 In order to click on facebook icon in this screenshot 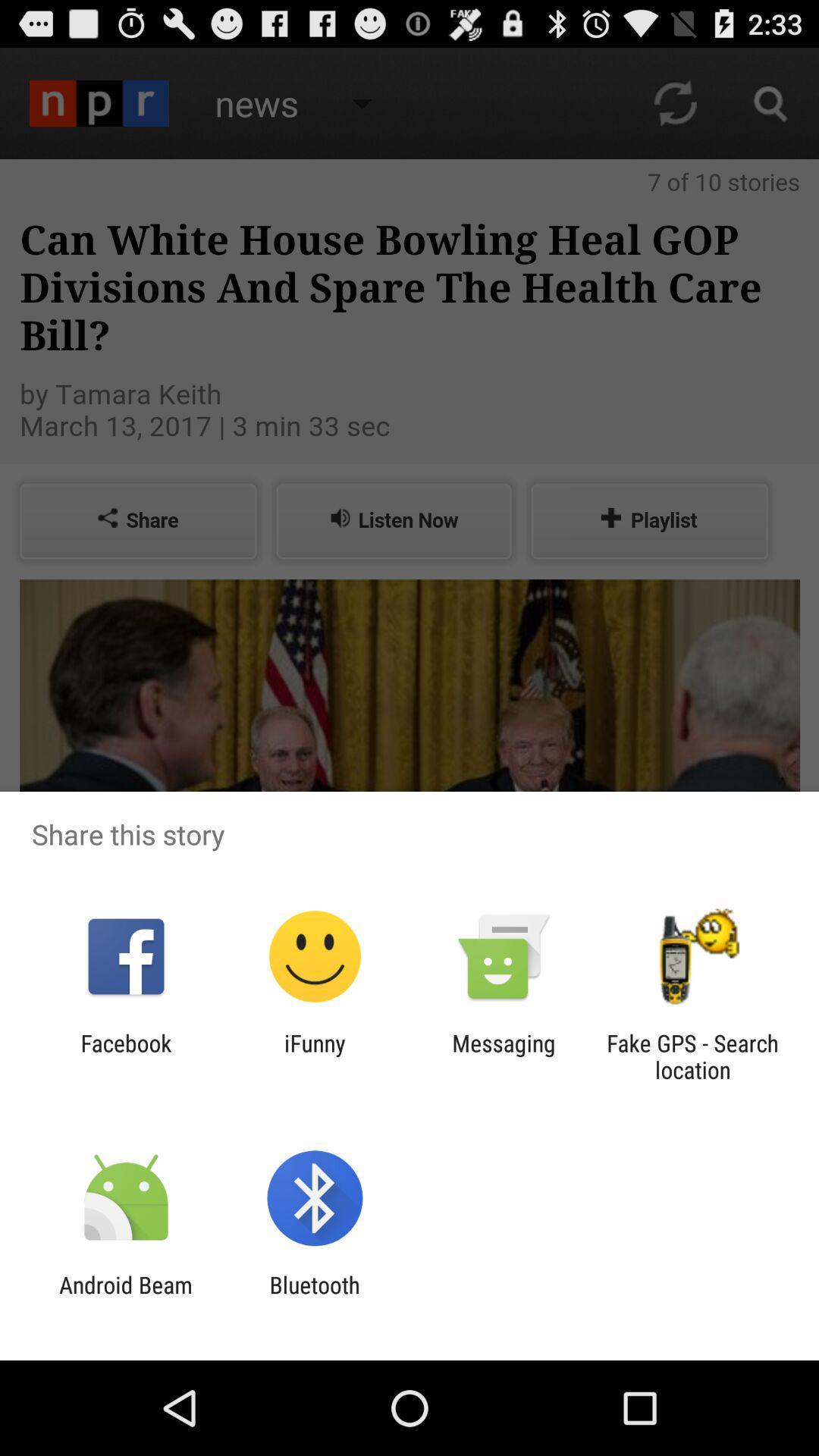, I will do `click(125, 1056)`.